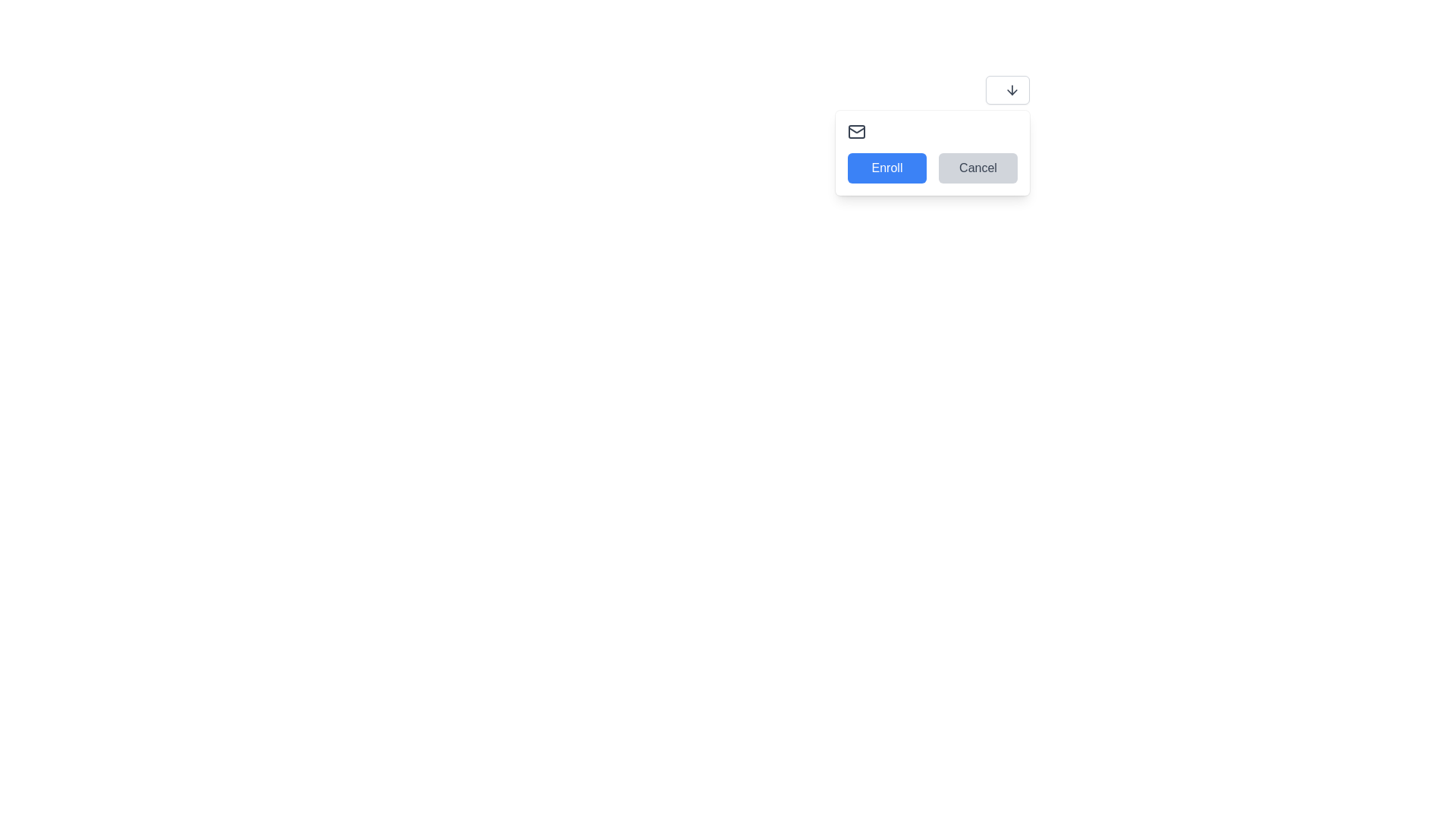 The image size is (1456, 819). I want to click on the email icon, which is styled with a black outline and white fill resembling an envelope, located at the top-left corner of the popup before the text component, so click(856, 130).